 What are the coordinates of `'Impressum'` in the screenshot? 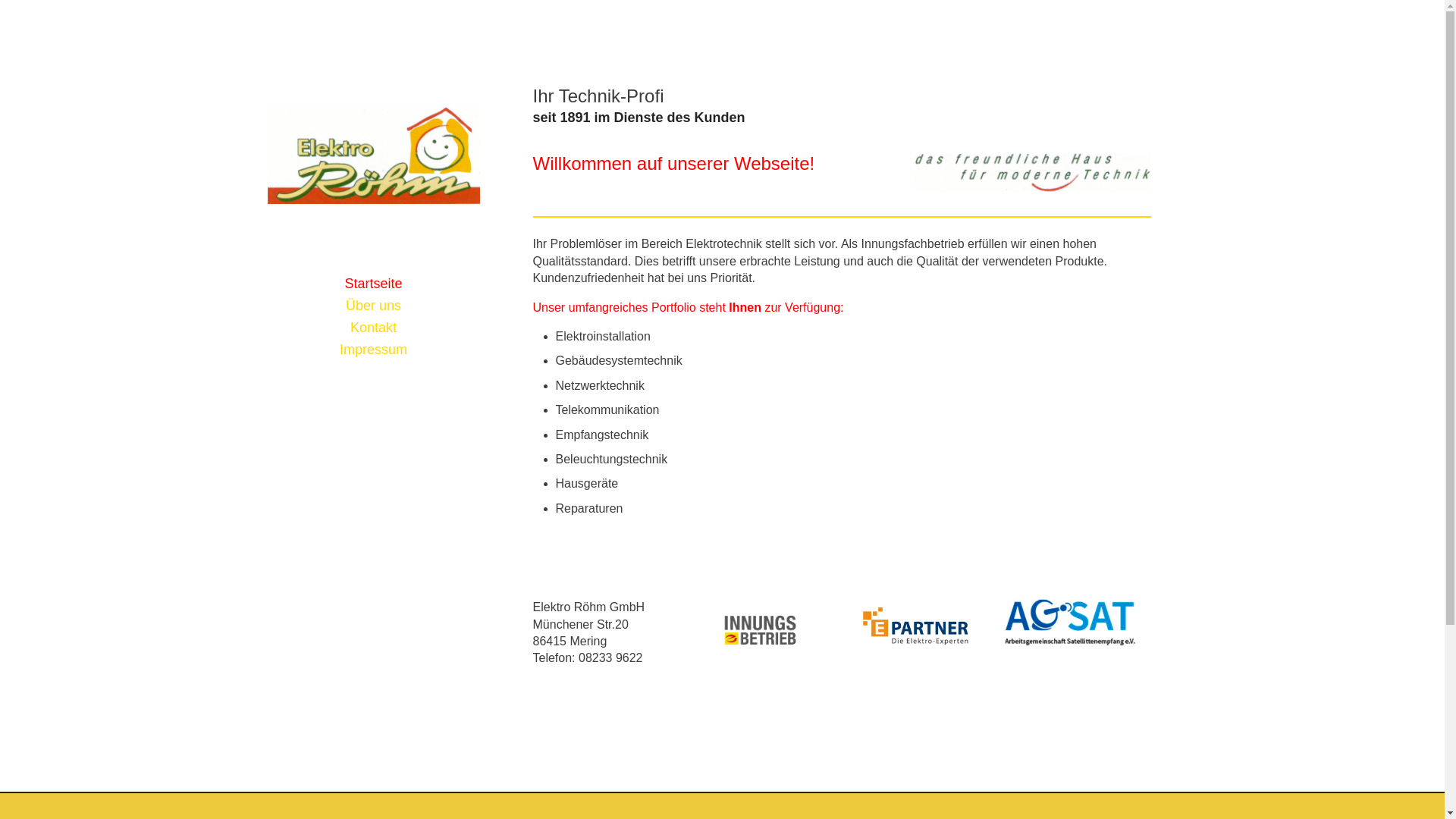 It's located at (266, 350).